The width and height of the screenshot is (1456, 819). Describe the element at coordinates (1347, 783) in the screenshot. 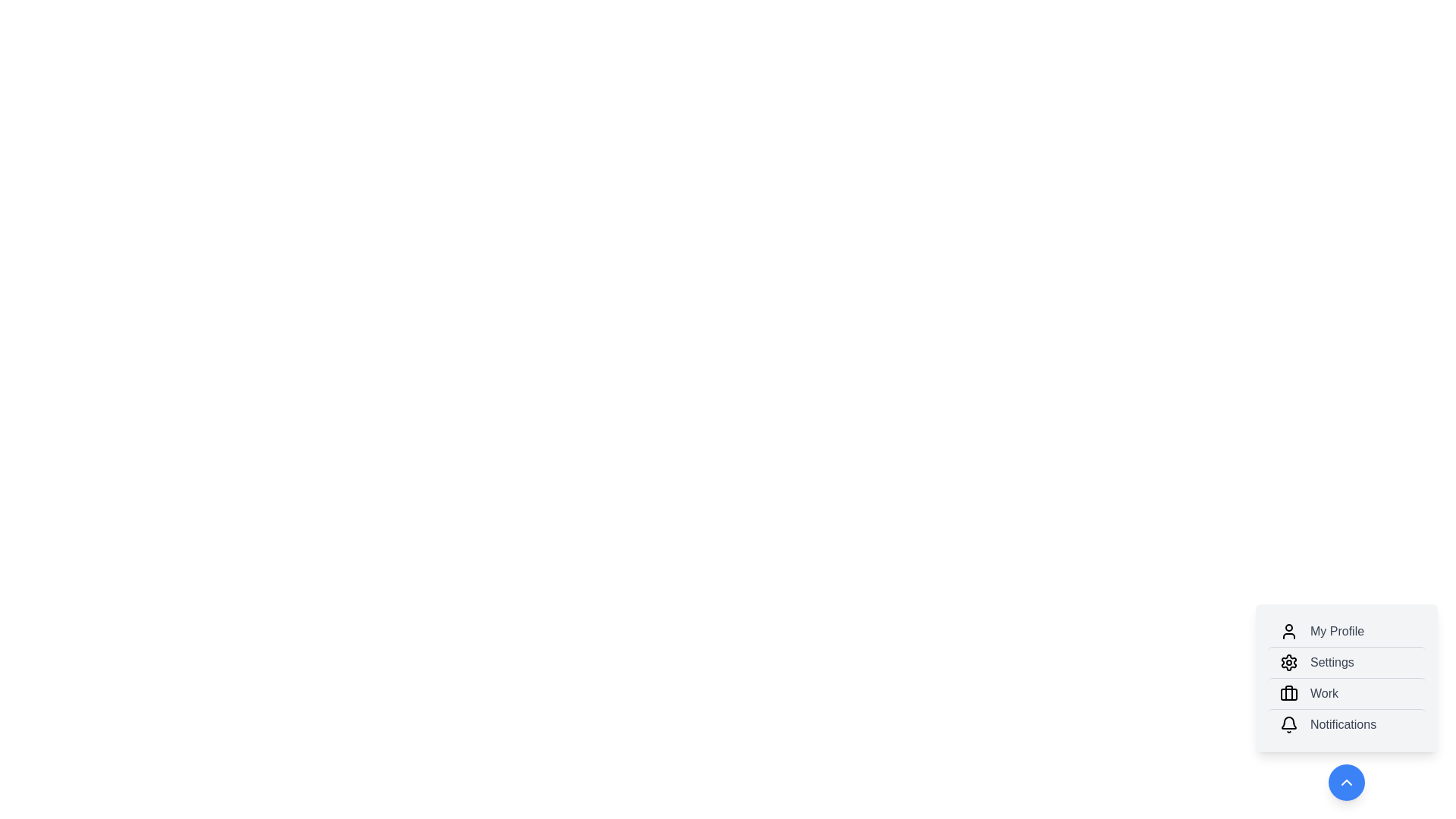

I see `floating button to toggle the menu's visibility` at that location.